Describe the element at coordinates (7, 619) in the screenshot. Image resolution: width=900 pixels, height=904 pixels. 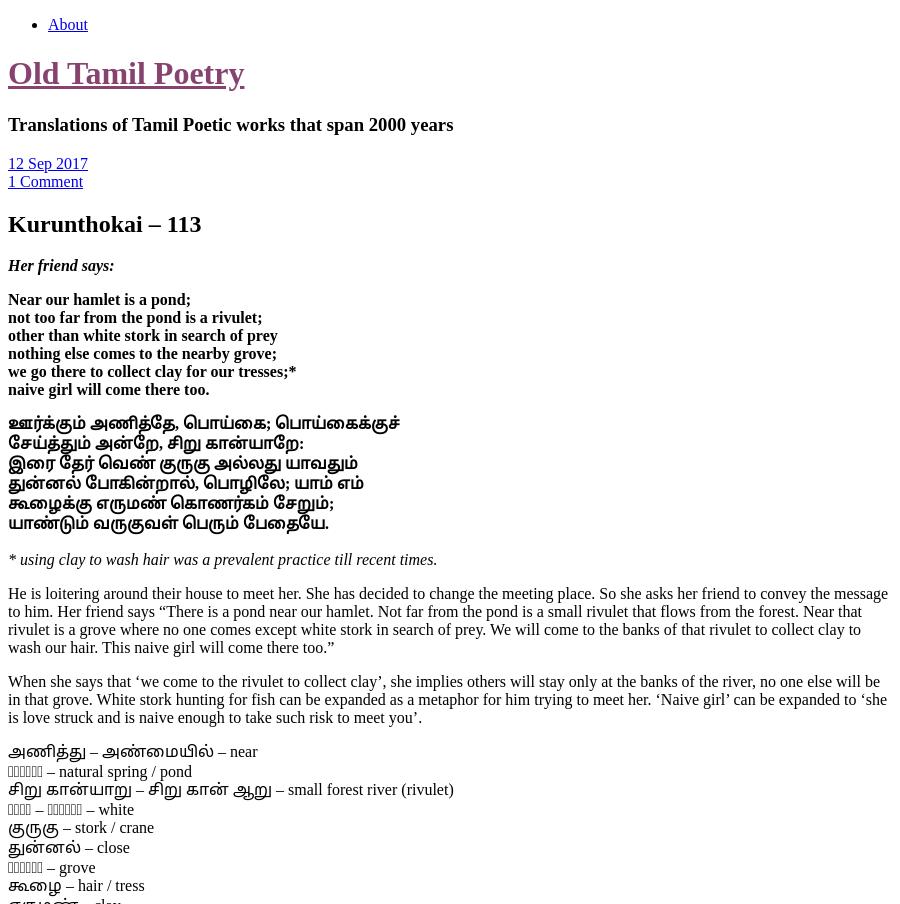
I see `'He is loitering around their house to meet her. She has decided to change the meeting place. So she asks her friend to convey the message to him. Her friend says “There is a pond near our hamlet. Not far from the pond is a small rivulet that flows from the forest. Near that rivulet is a grove where no one comes except white stork in search of prey. We will come to the banks of that rivulet to collect clay to wash our hair. This naive girl will come there too.”'` at that location.